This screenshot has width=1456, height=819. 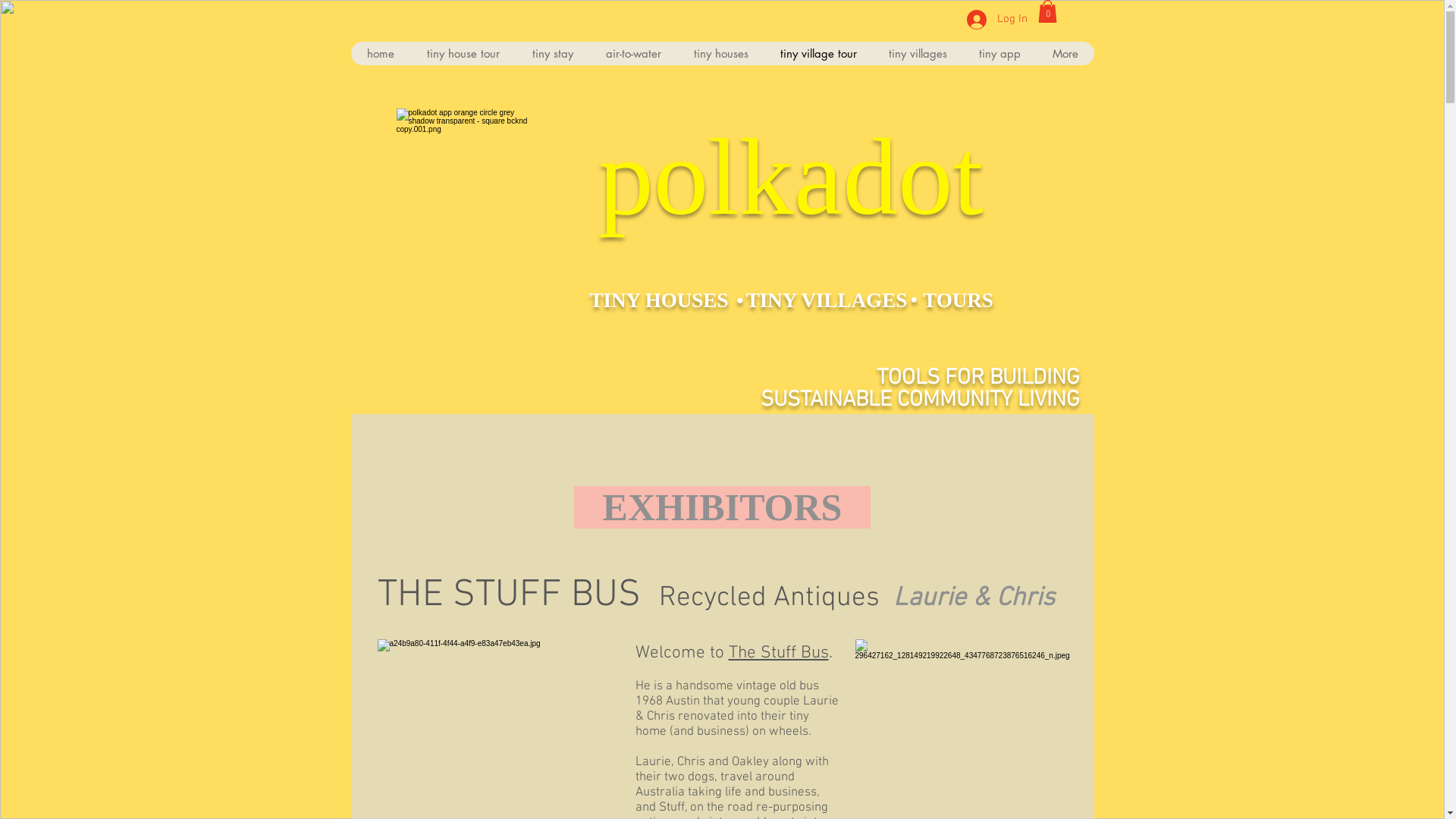 I want to click on 'air-to-water', so click(x=632, y=52).